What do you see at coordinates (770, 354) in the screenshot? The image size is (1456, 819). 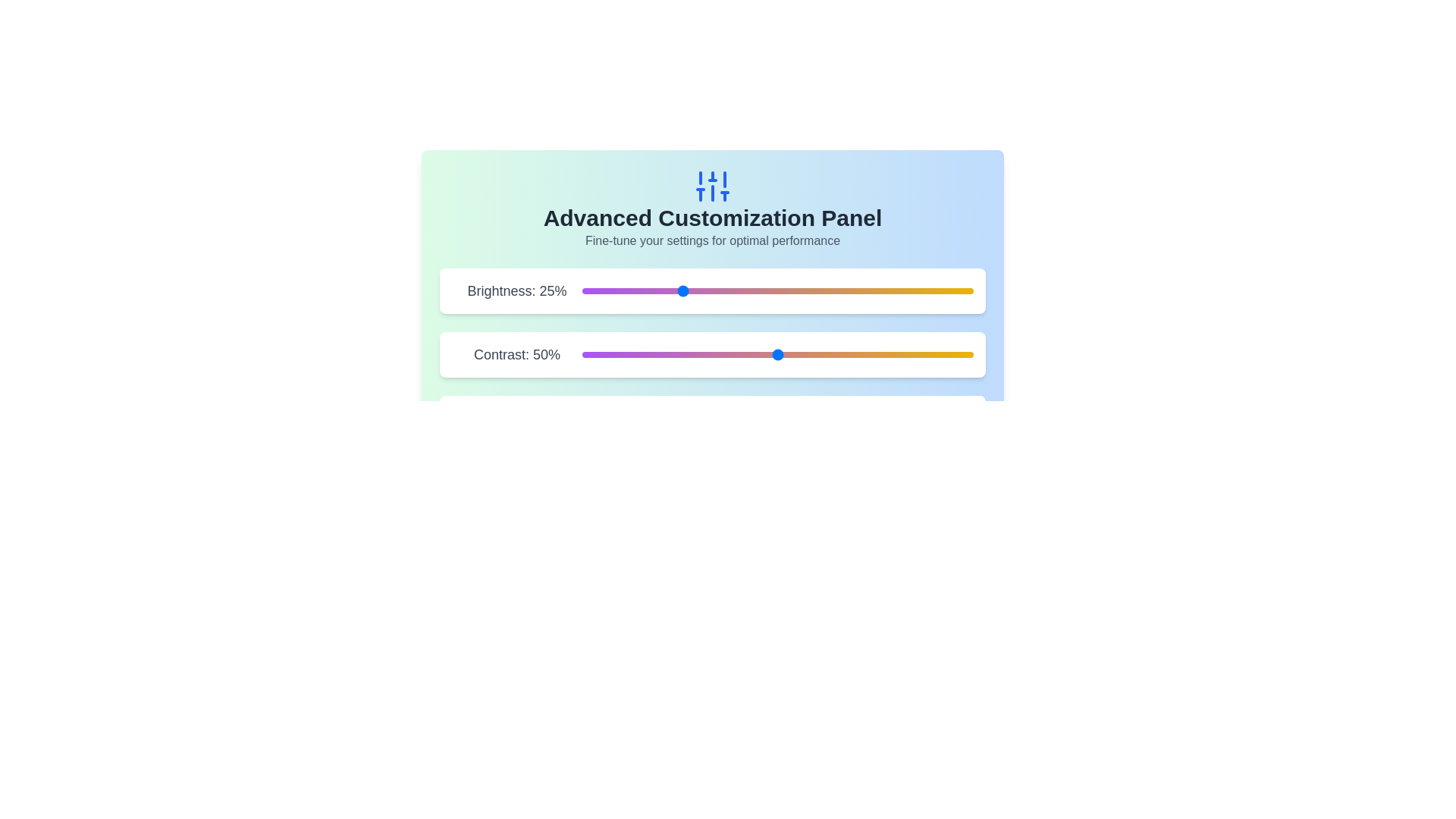 I see `the contrast slider to 48%` at bounding box center [770, 354].